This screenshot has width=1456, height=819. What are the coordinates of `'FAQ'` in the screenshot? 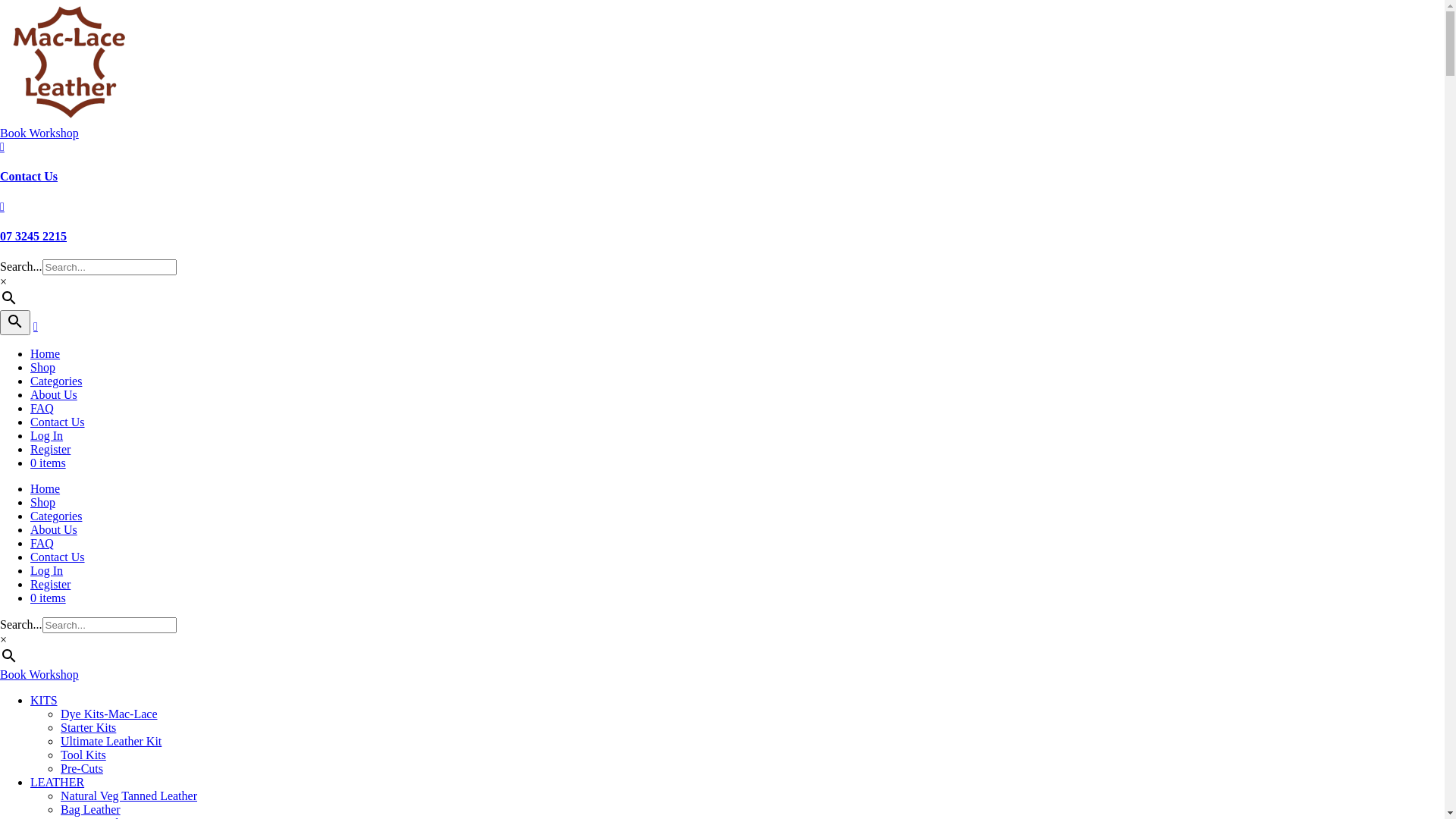 It's located at (42, 407).